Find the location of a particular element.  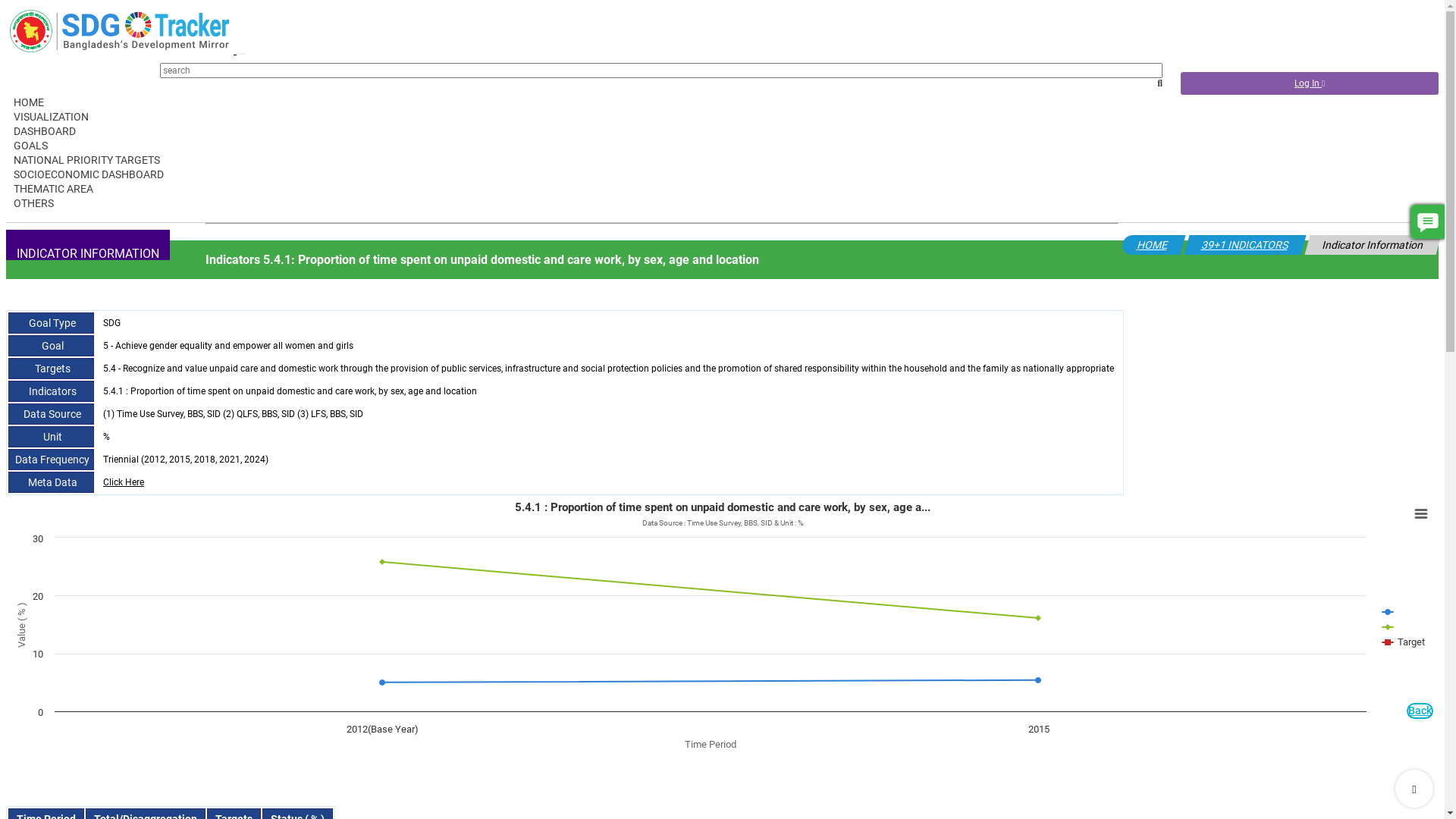

'Back' is located at coordinates (1419, 711).